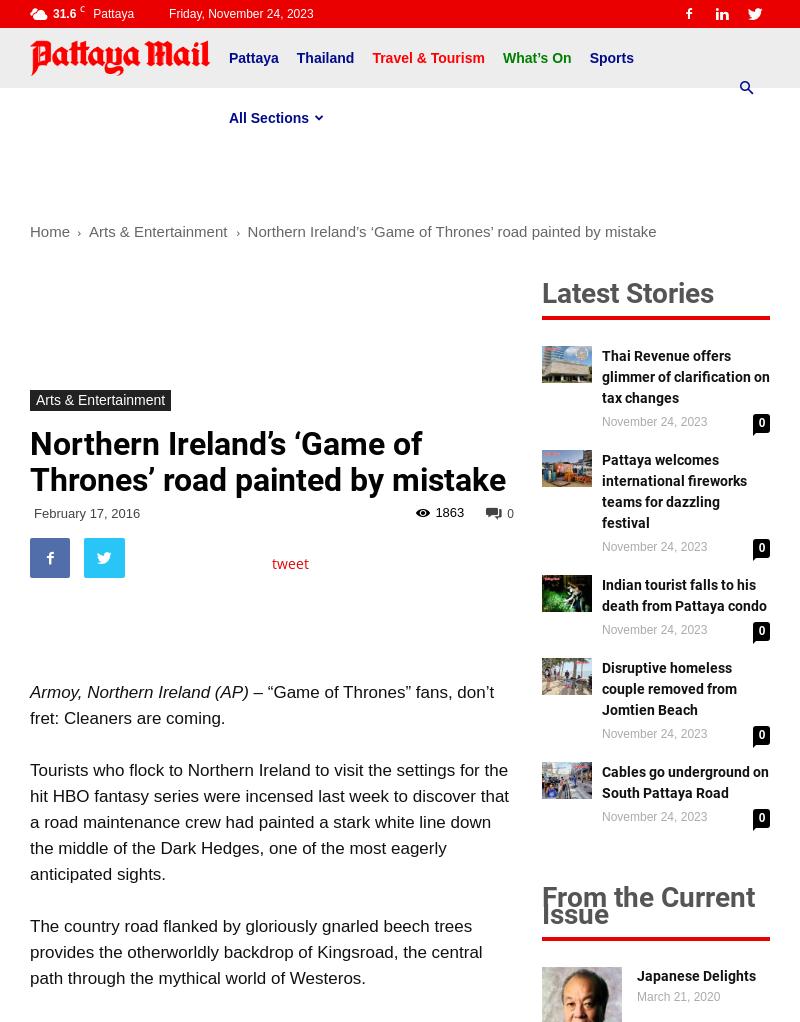 This screenshot has height=1022, width=800. What do you see at coordinates (290, 563) in the screenshot?
I see `'tweet'` at bounding box center [290, 563].